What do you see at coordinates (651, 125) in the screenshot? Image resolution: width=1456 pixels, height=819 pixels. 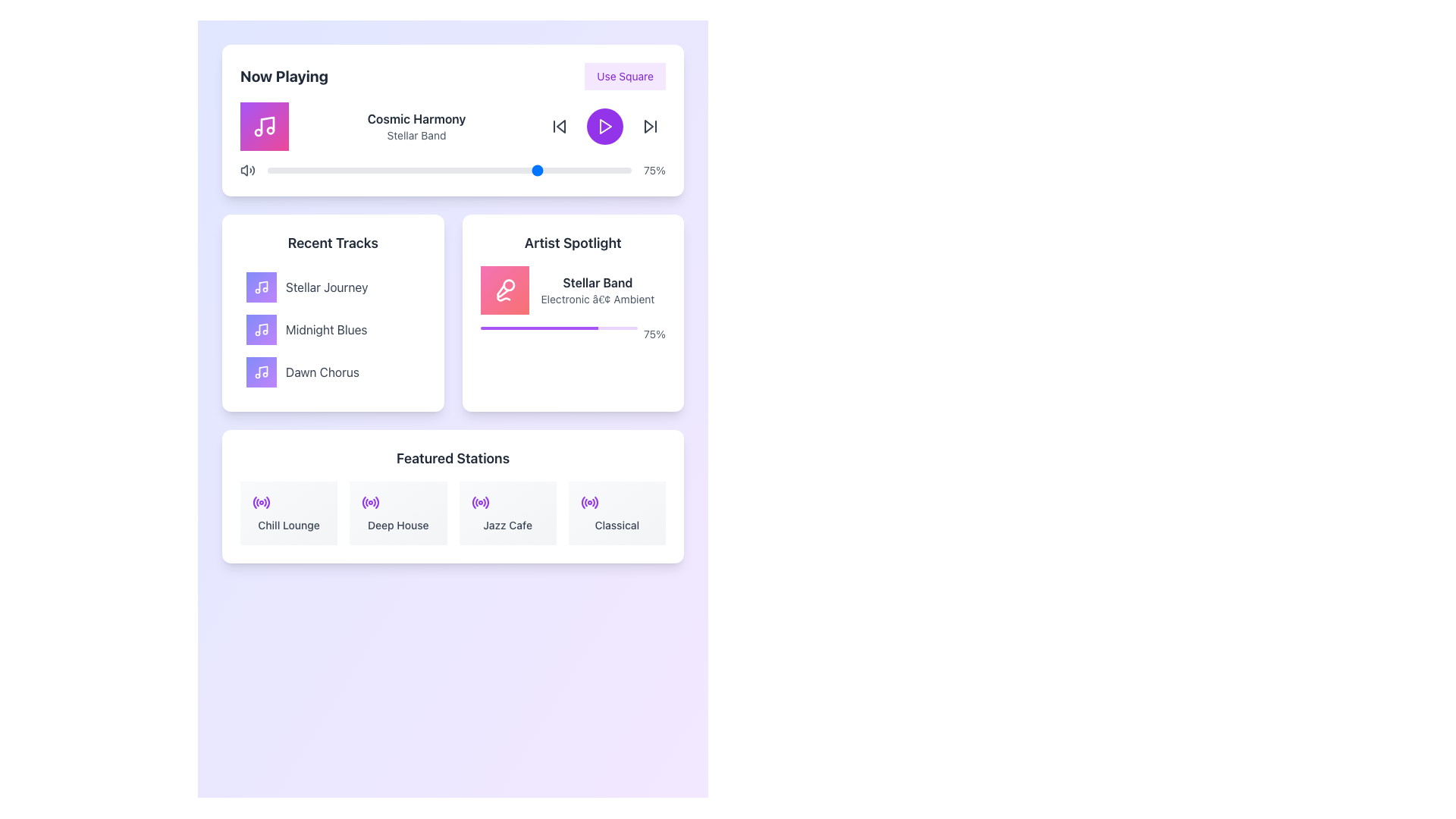 I see `the 'Next' button located in the 'Now Playing' section to change its background color` at bounding box center [651, 125].